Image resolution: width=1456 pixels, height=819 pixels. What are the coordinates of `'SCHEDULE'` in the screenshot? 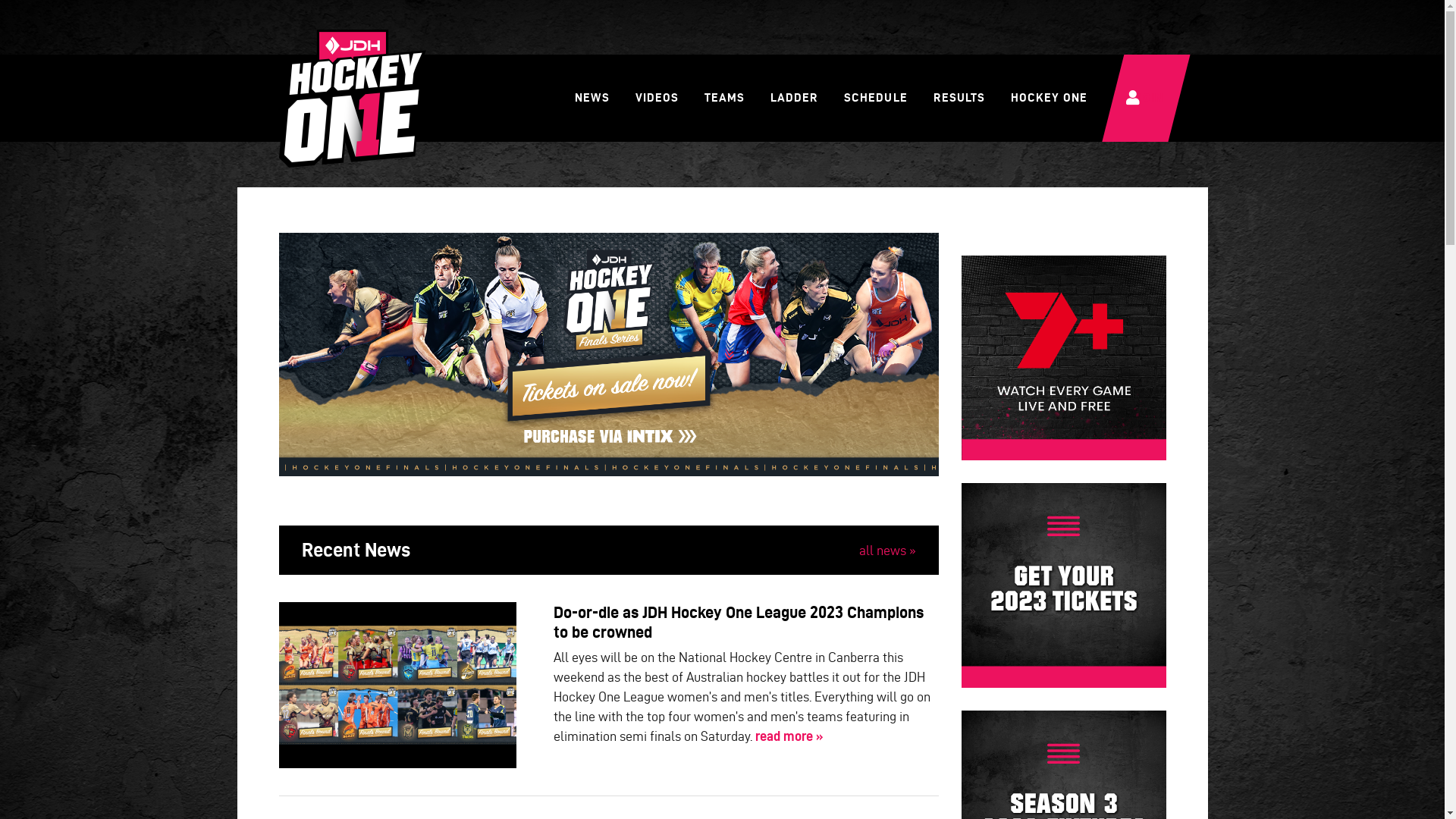 It's located at (875, 98).